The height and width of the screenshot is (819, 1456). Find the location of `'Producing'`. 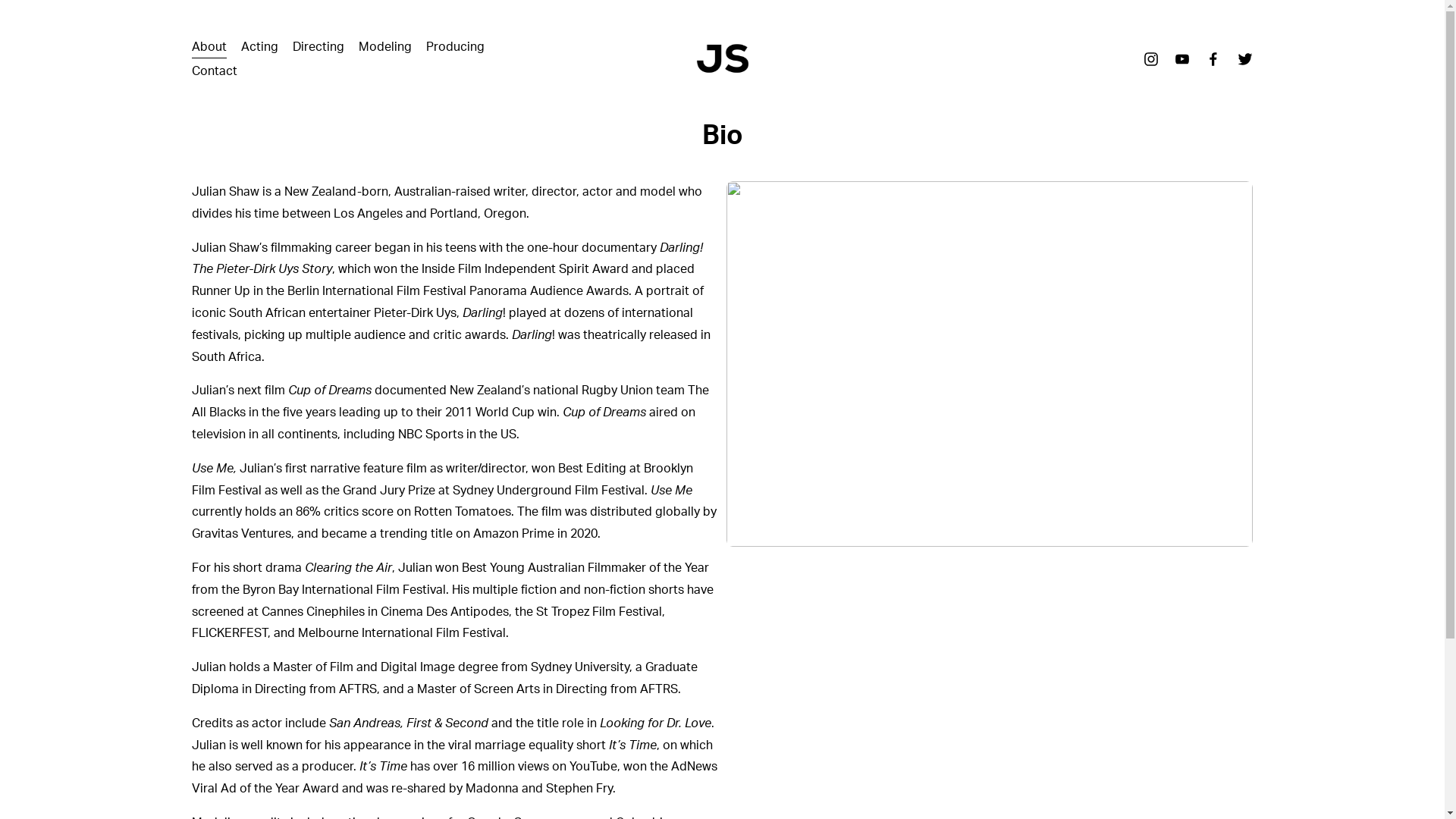

'Producing' is located at coordinates (454, 45).